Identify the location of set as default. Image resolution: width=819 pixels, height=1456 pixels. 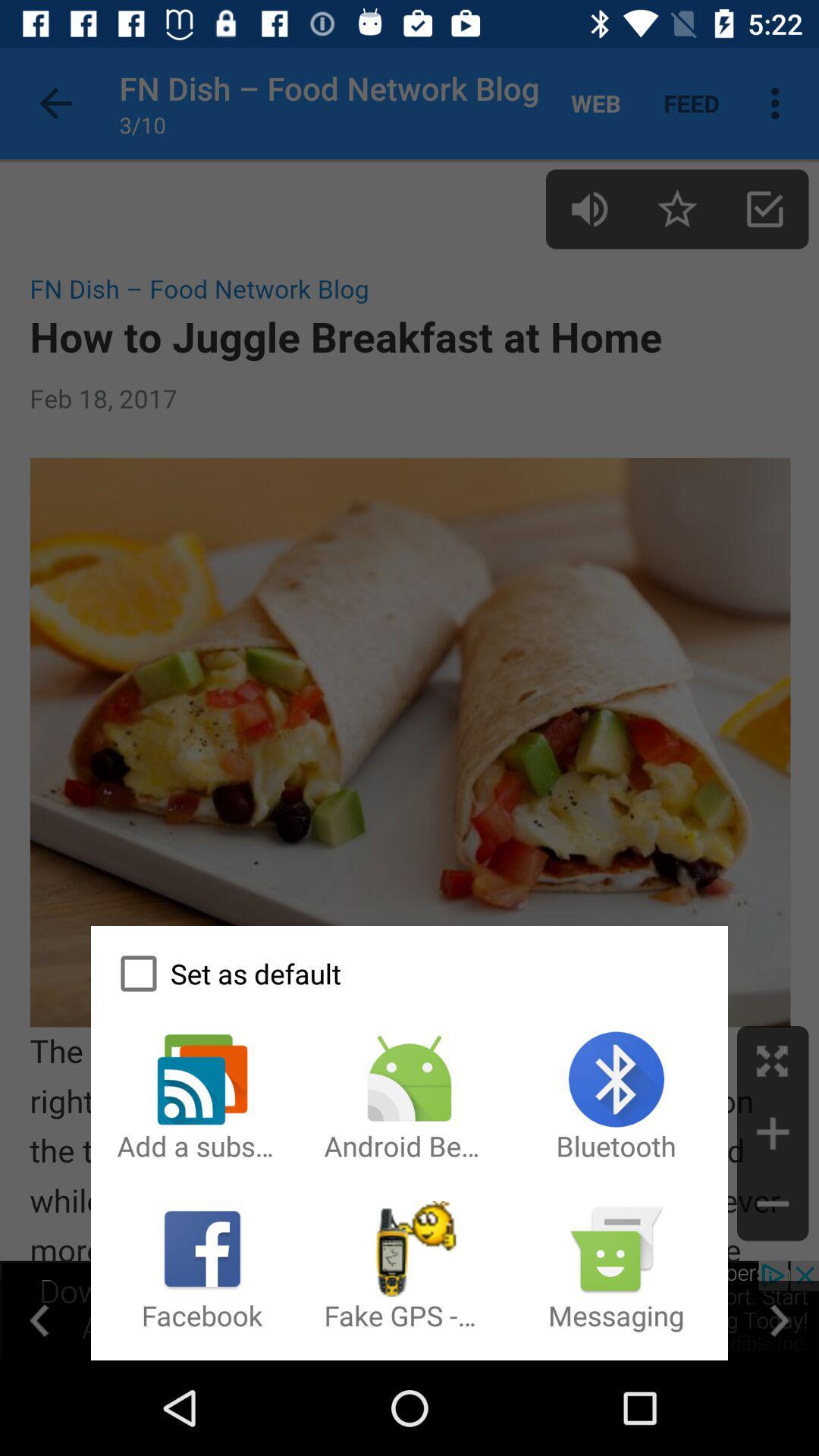
(409, 974).